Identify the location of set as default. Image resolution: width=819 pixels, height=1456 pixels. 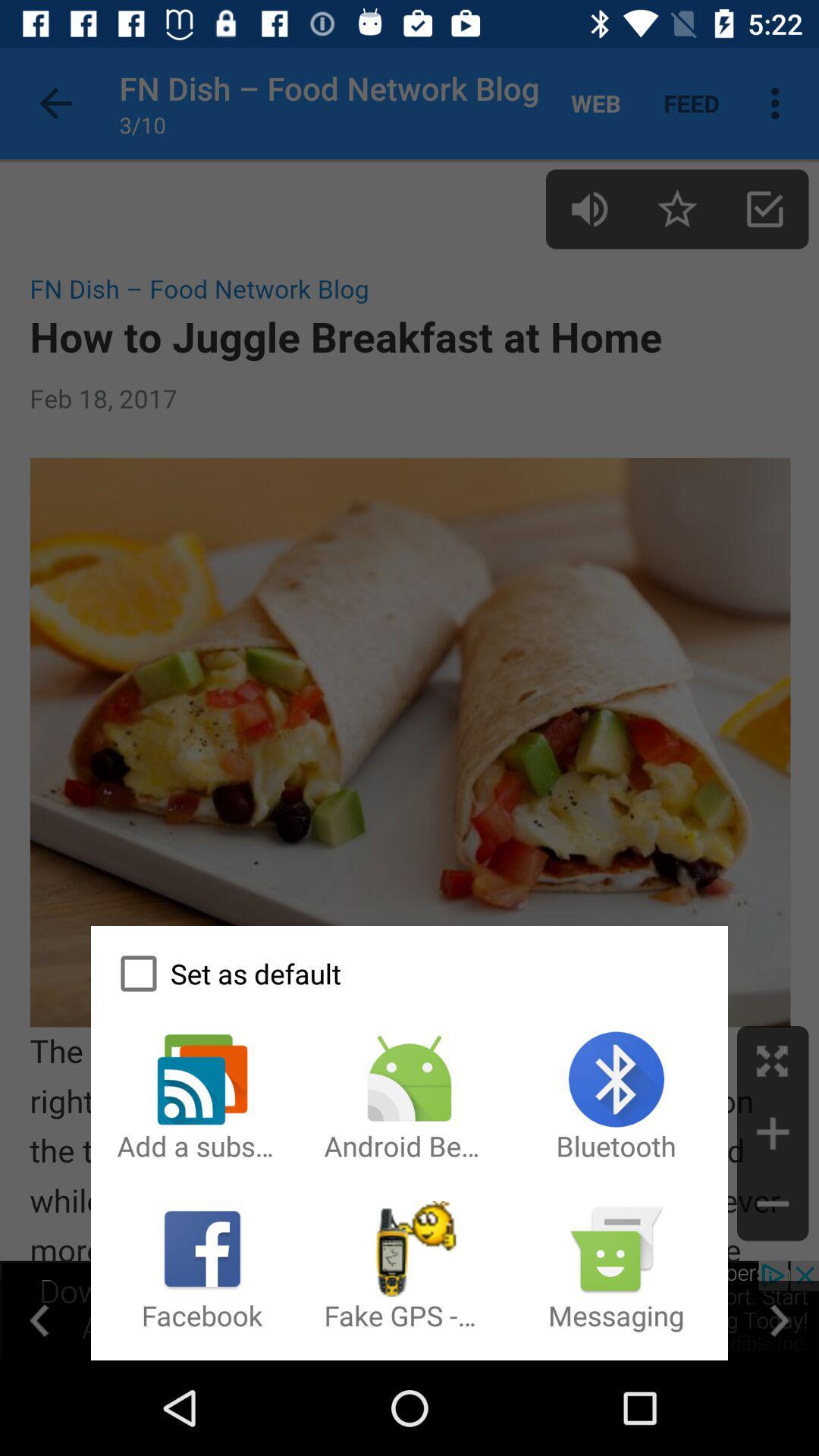
(409, 974).